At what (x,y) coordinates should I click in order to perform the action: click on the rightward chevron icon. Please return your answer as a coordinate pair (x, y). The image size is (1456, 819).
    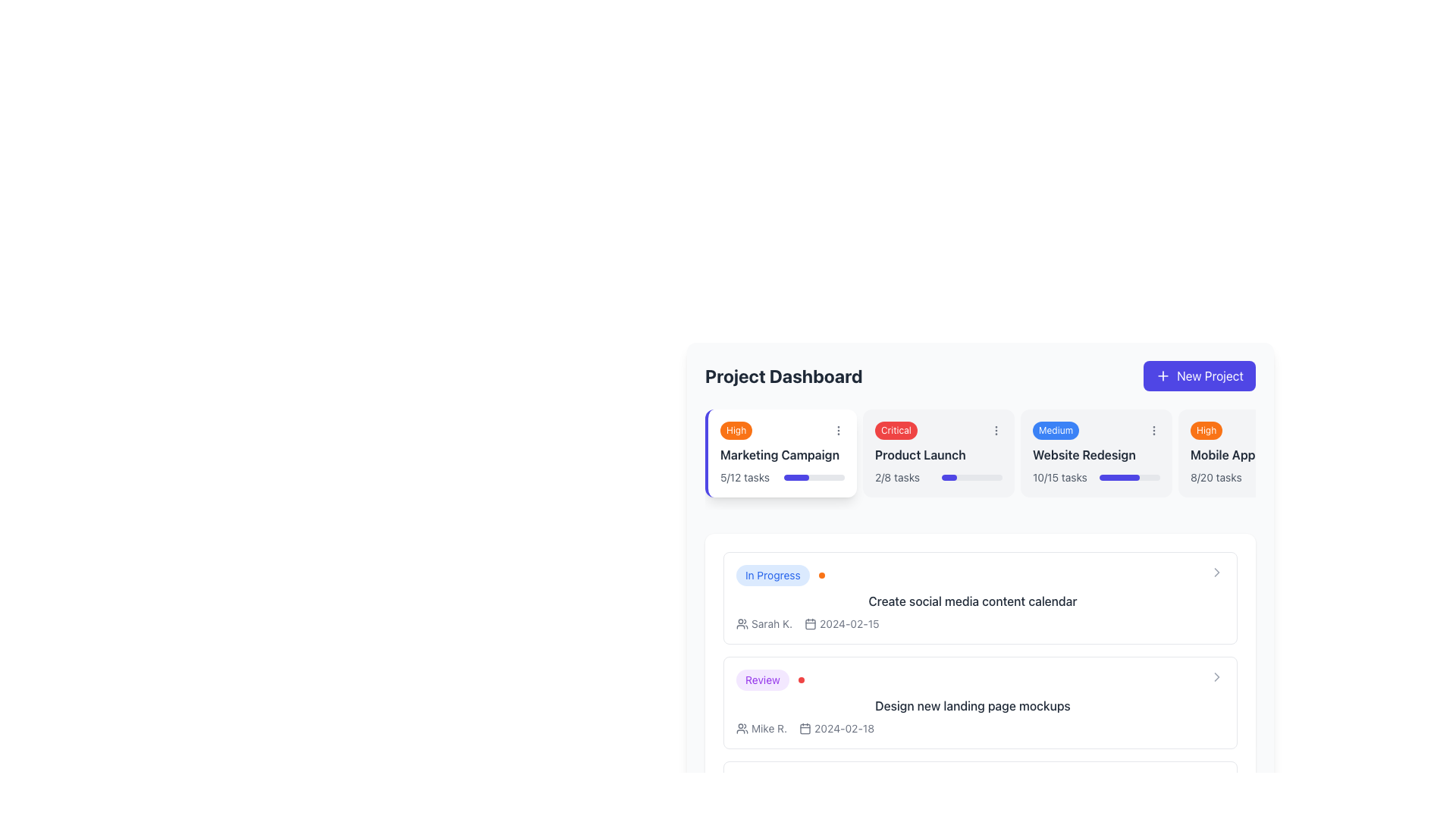
    Looking at the image, I should click on (1216, 676).